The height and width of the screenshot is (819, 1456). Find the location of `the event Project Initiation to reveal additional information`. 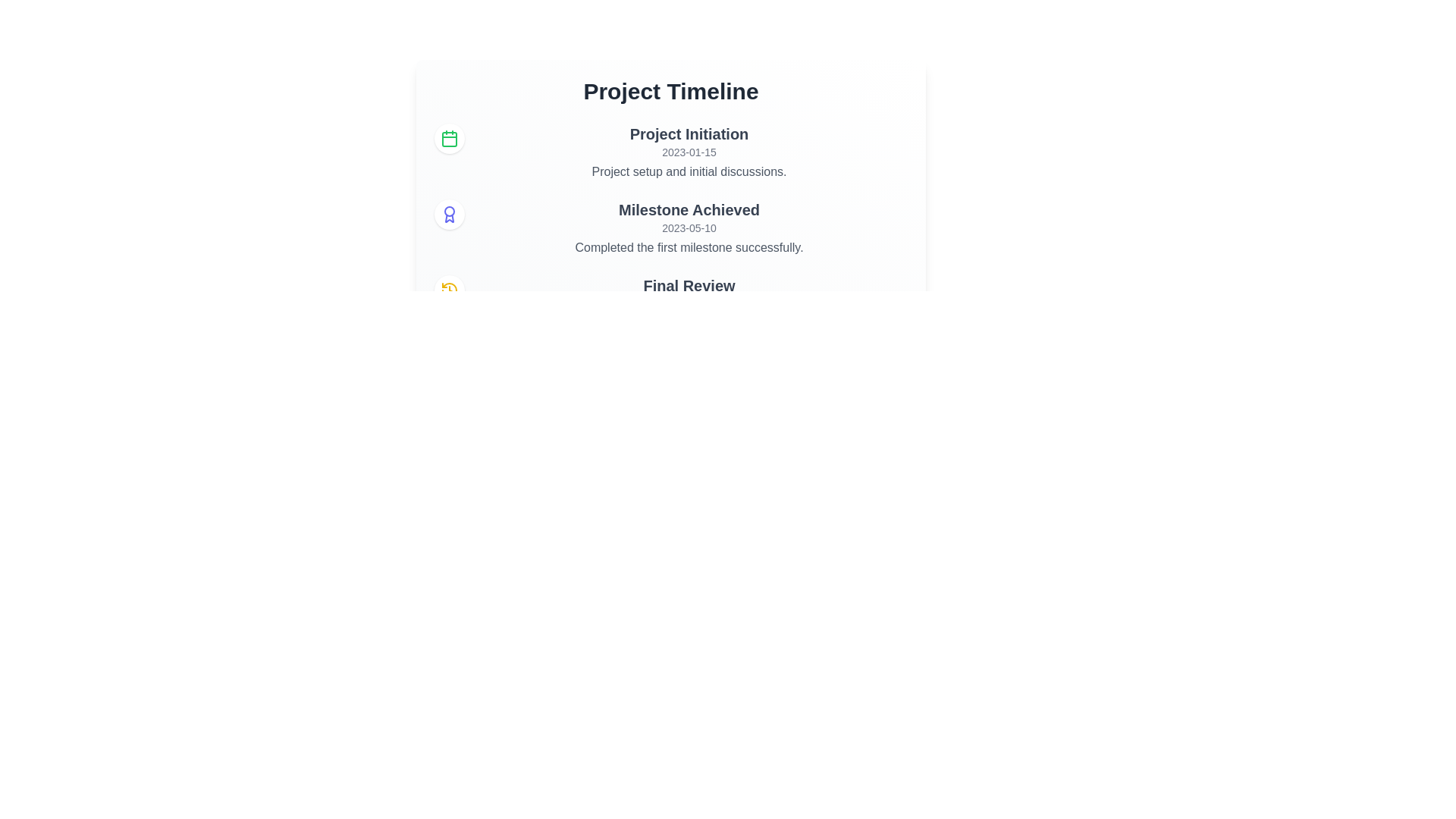

the event Project Initiation to reveal additional information is located at coordinates (449, 138).